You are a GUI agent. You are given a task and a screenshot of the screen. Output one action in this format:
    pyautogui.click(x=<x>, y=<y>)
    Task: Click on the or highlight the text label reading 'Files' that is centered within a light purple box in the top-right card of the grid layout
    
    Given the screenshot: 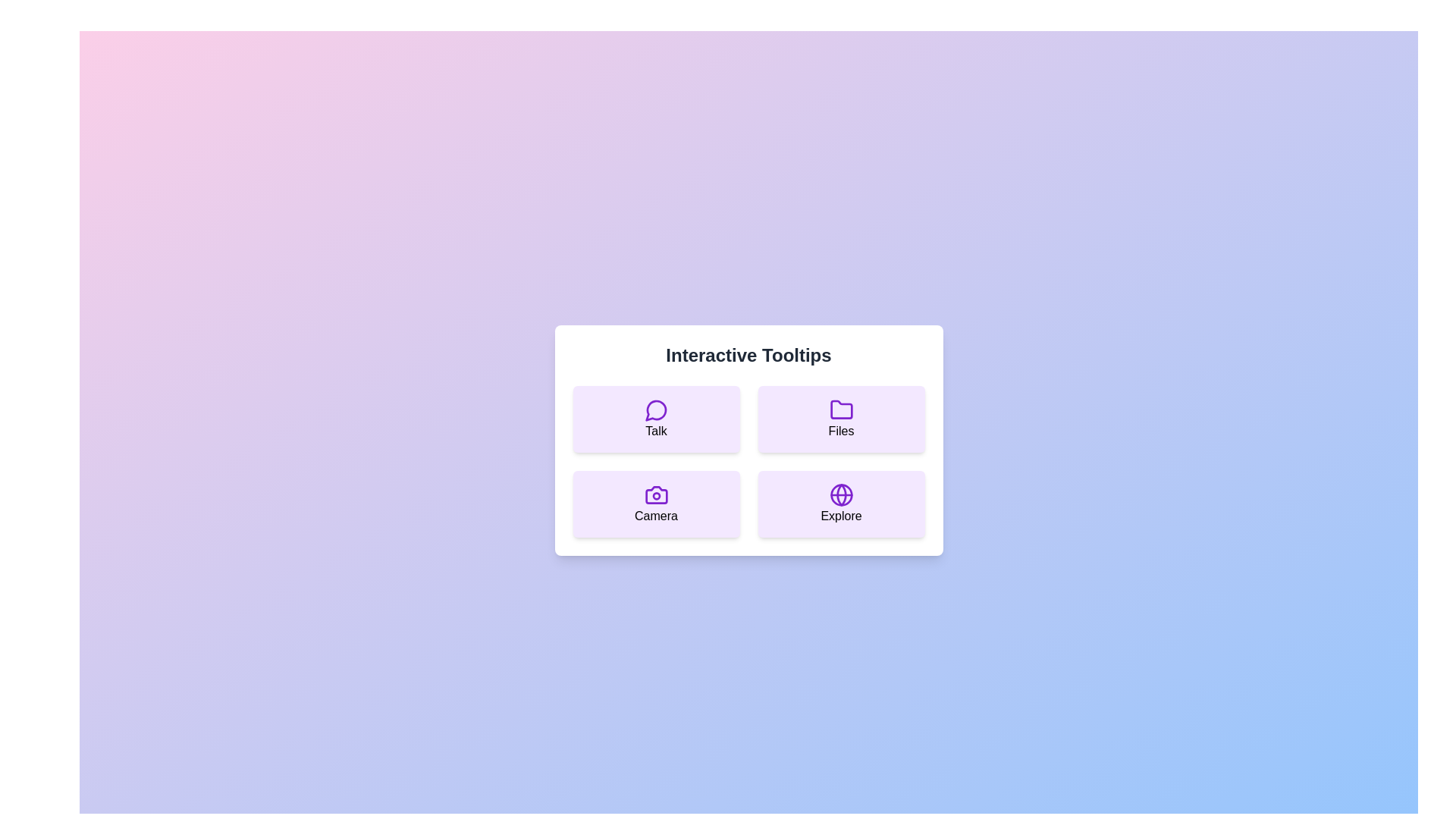 What is the action you would take?
    pyautogui.click(x=840, y=431)
    